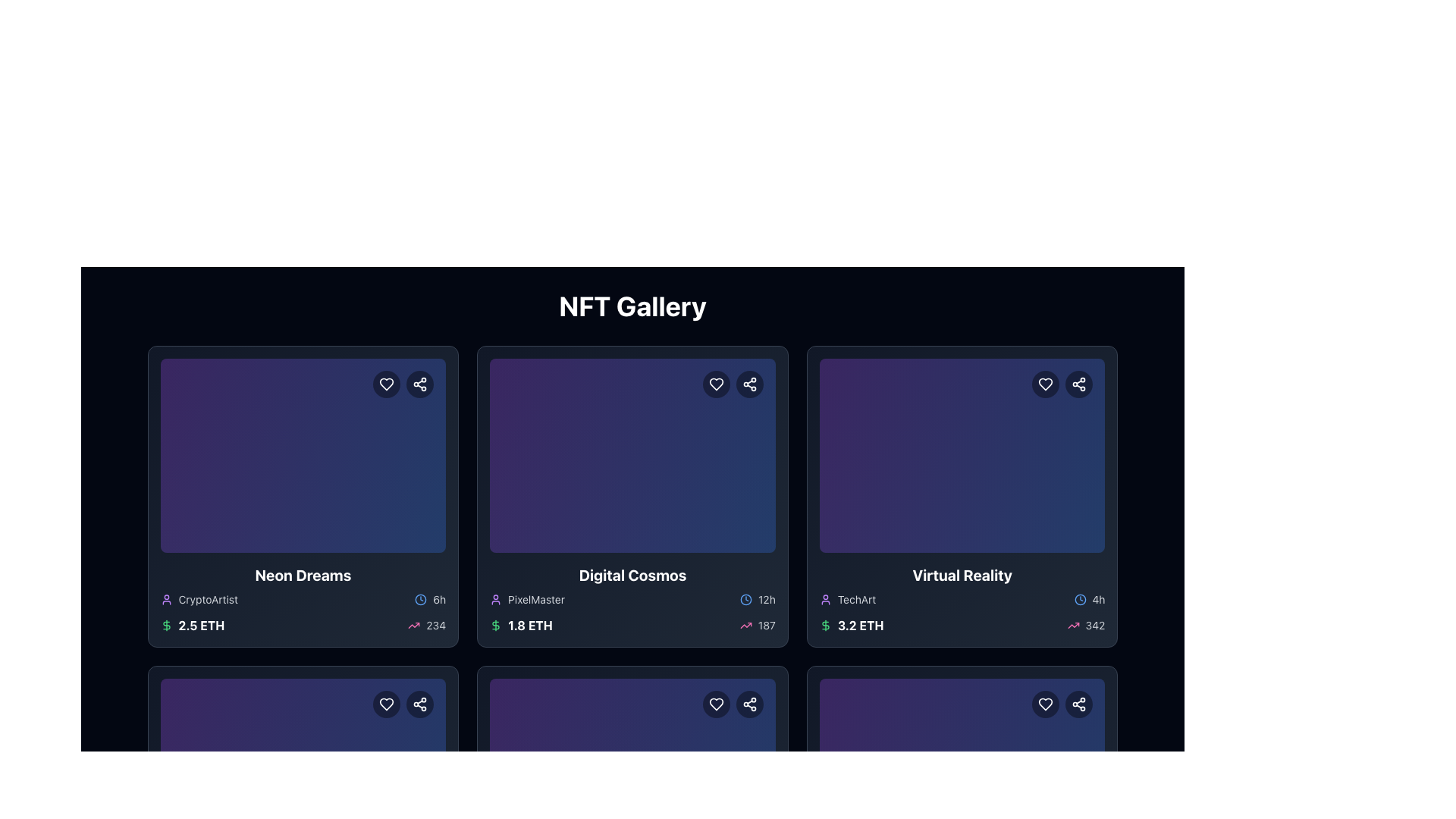  What do you see at coordinates (1099, 598) in the screenshot?
I see `the static text displaying '4h' in a small, light-gray font located on the right side of the bottom row of the 'Virtual Reality' card` at bounding box center [1099, 598].